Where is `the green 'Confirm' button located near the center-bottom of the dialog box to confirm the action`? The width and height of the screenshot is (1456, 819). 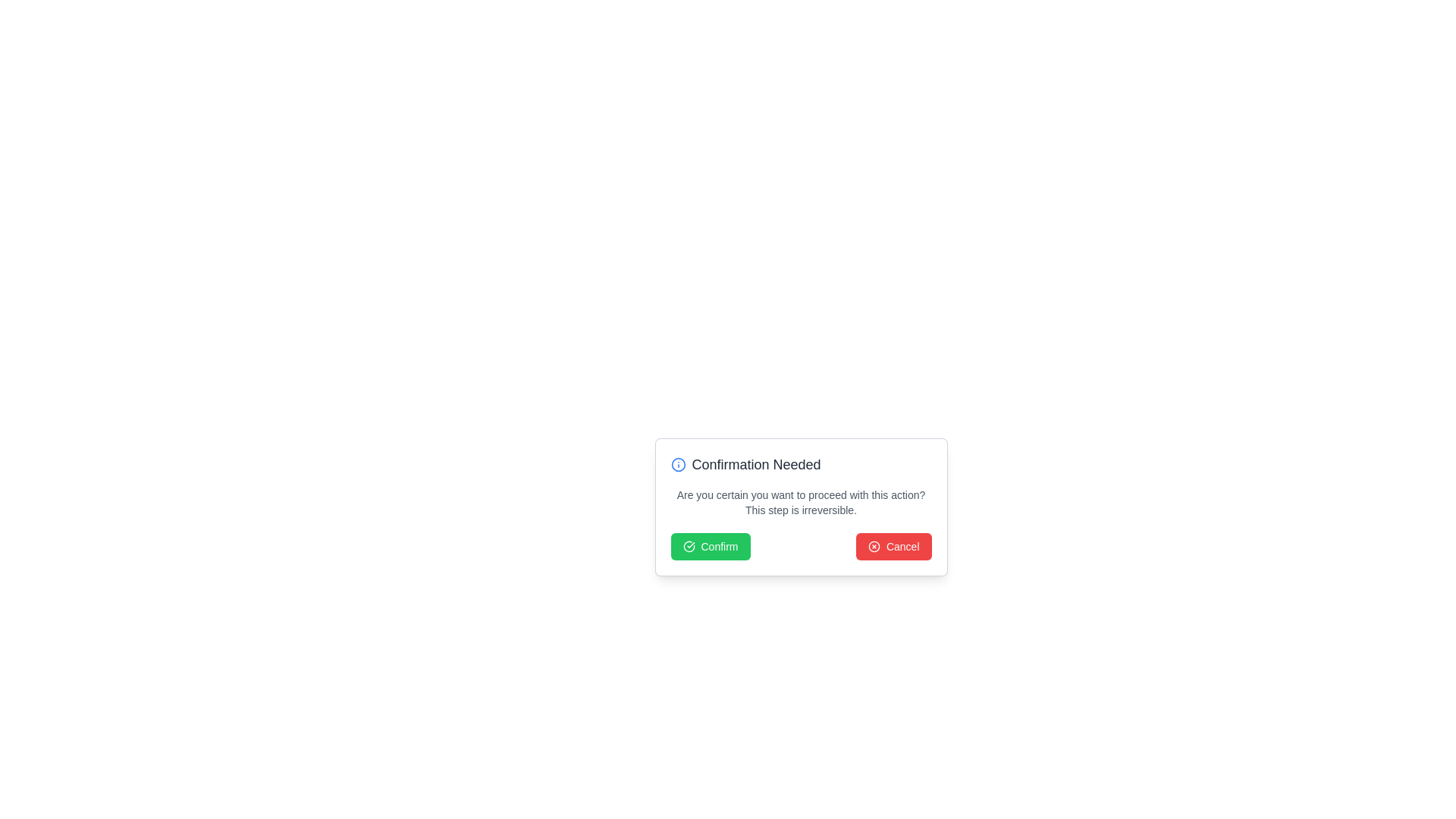 the green 'Confirm' button located near the center-bottom of the dialog box to confirm the action is located at coordinates (709, 547).